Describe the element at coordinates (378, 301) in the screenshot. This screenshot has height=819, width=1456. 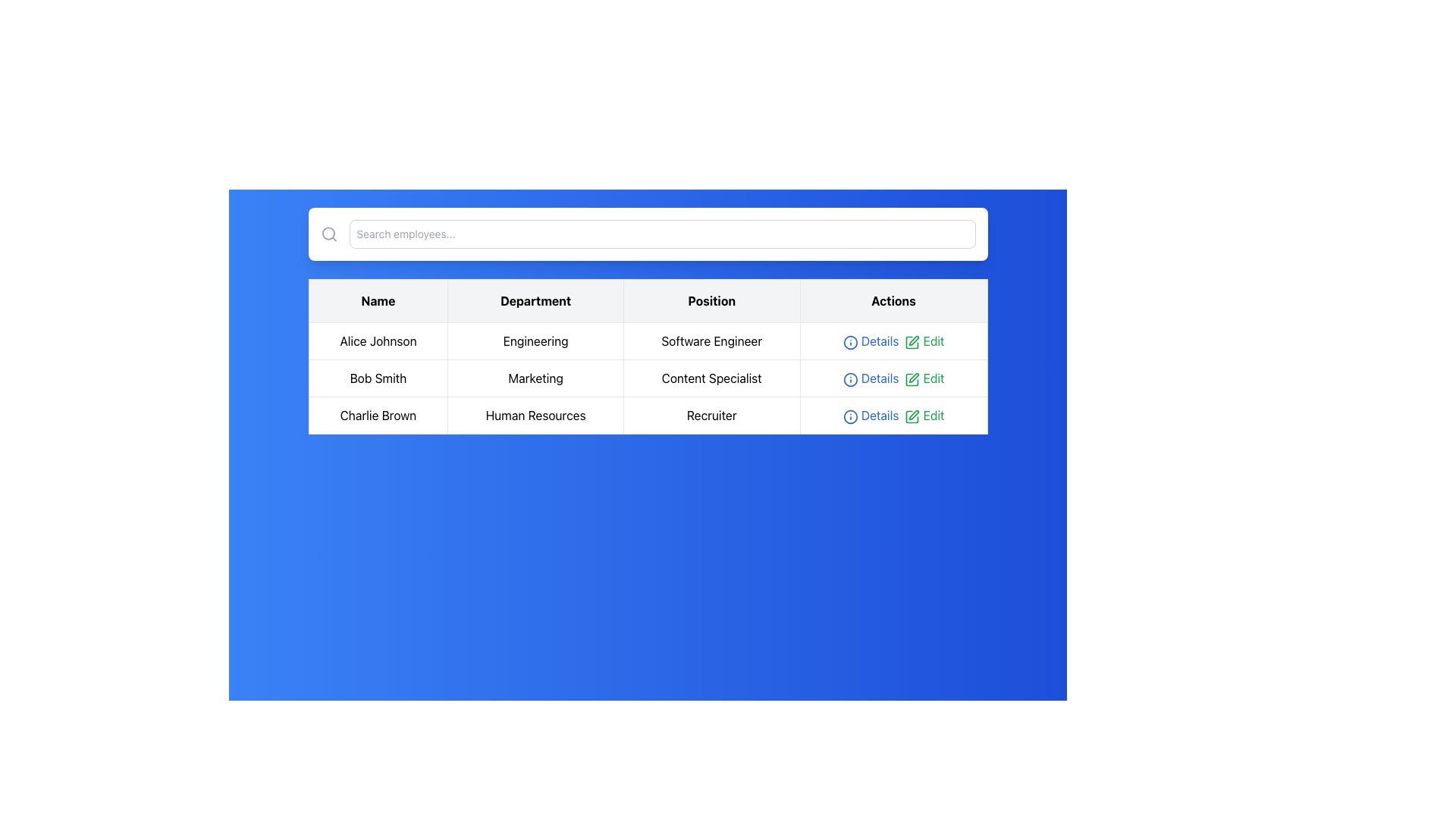
I see `the 'Name' text label in the header row of the table, which is displayed in bold black font on a bright background` at that location.